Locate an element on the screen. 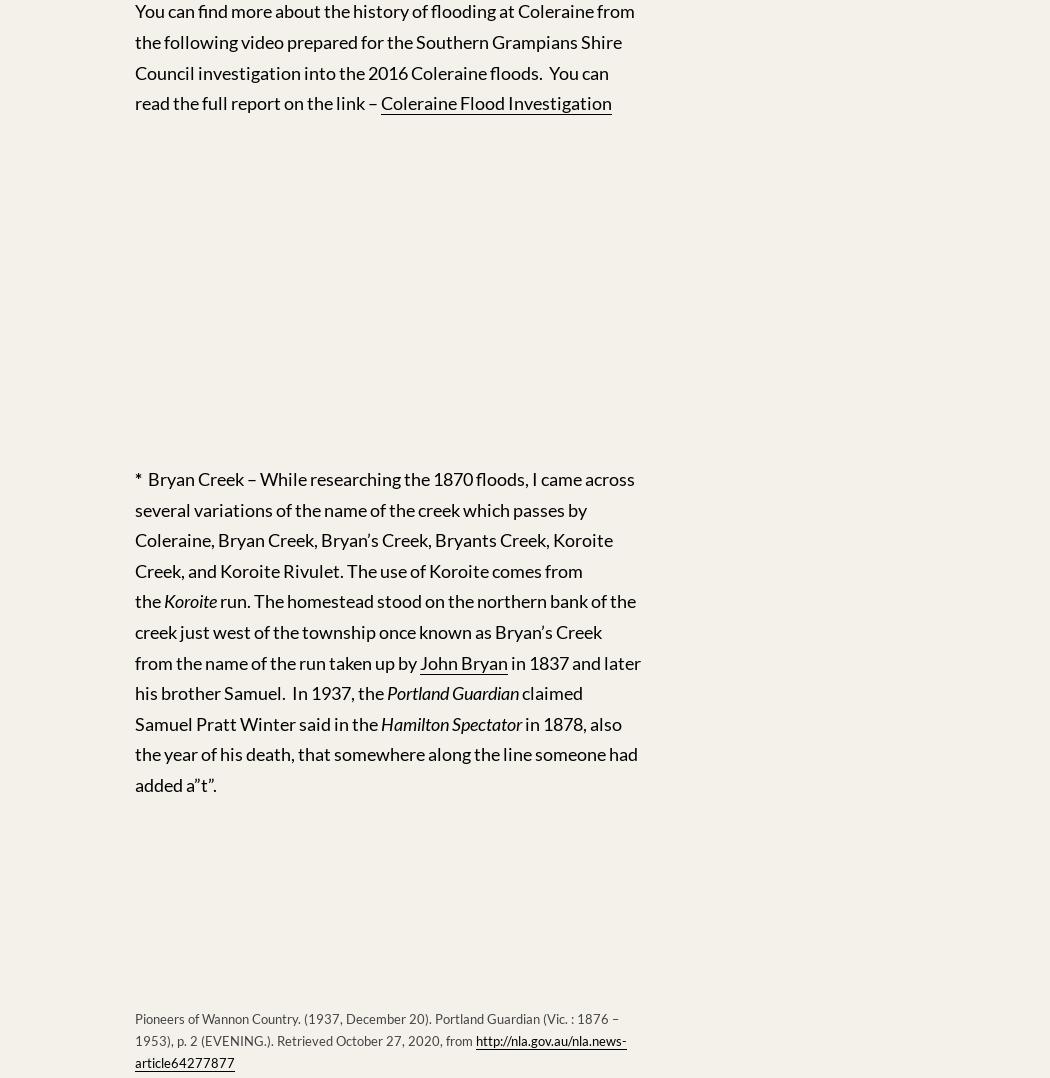 This screenshot has width=1050, height=1078. 'claimed Samuel Pratt Winter said in the' is located at coordinates (357, 707).